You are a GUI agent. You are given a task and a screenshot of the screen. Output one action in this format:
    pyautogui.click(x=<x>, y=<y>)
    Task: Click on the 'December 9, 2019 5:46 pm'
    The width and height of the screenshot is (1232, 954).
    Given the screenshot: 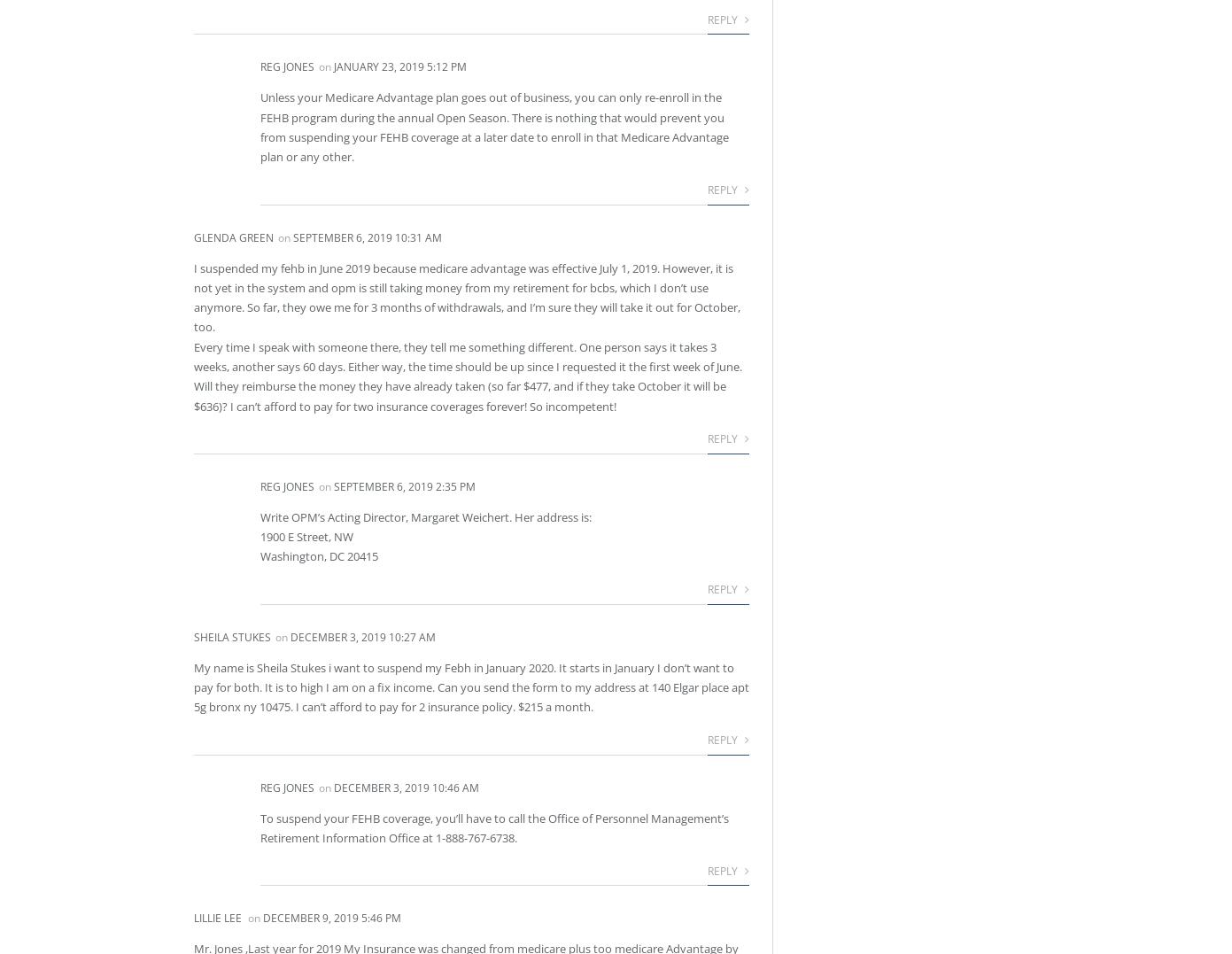 What is the action you would take?
    pyautogui.click(x=261, y=917)
    